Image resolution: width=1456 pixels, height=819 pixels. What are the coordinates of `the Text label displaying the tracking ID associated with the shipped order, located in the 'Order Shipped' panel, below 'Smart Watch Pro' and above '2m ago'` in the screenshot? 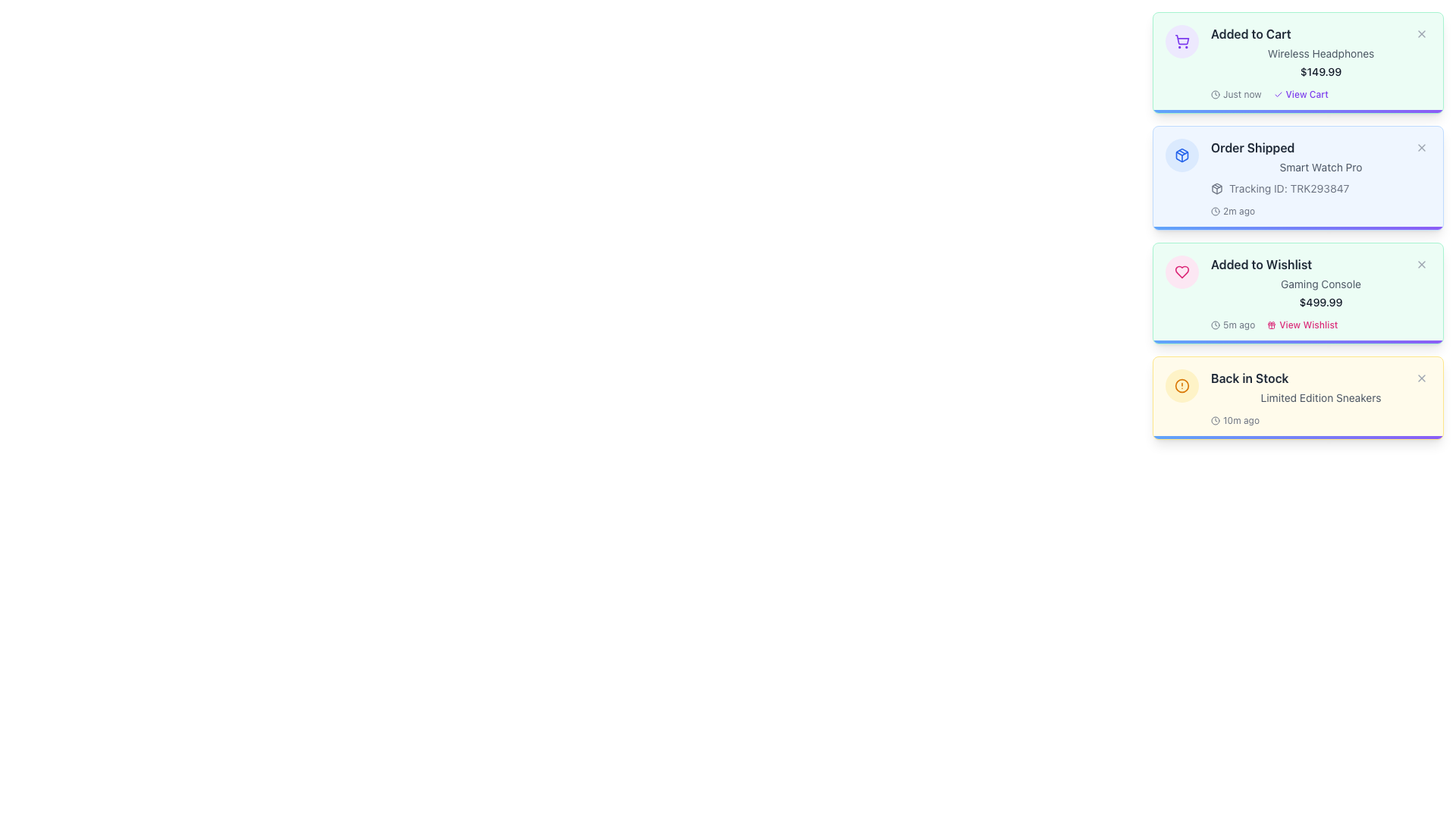 It's located at (1320, 188).